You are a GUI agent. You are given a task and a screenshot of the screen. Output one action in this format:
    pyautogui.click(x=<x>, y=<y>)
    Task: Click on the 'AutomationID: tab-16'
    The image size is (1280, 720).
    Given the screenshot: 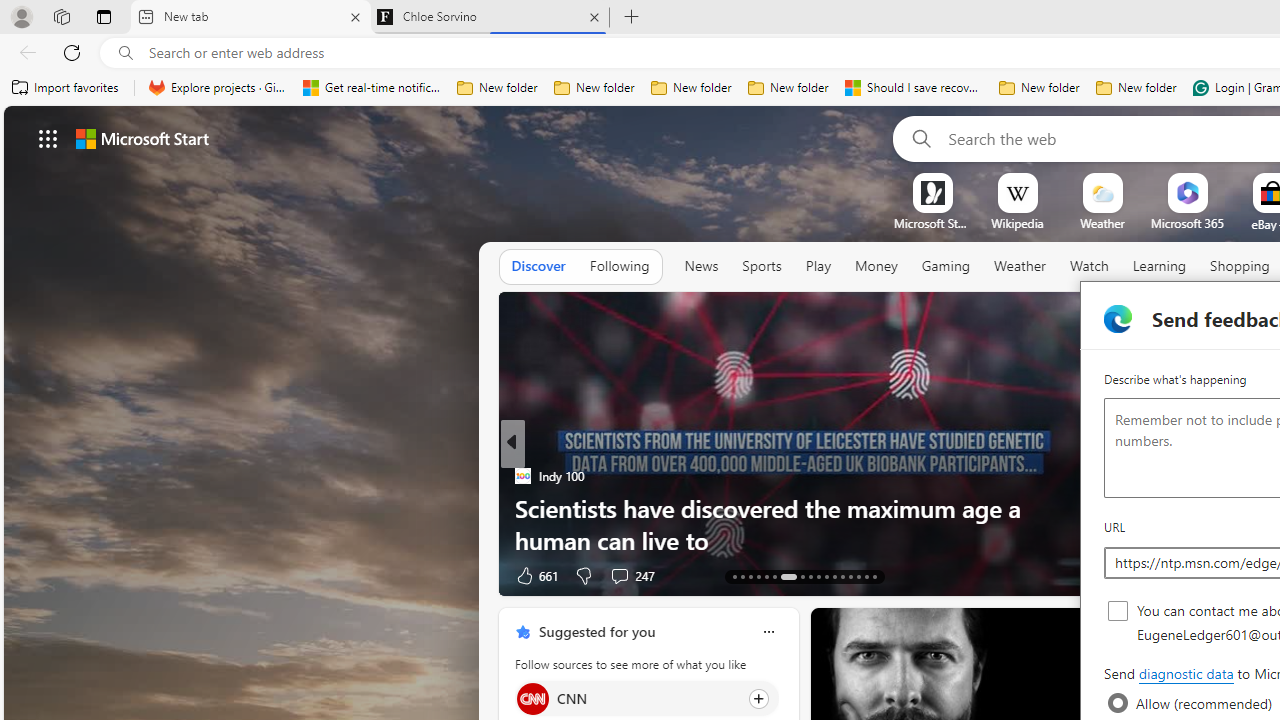 What is the action you would take?
    pyautogui.click(x=757, y=577)
    